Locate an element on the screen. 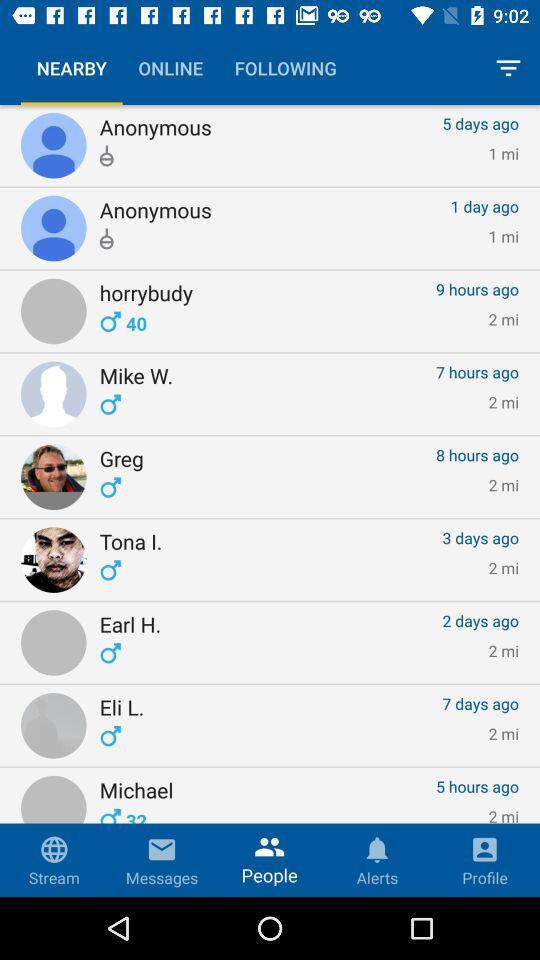 The image size is (540, 960). profile is located at coordinates (483, 859).